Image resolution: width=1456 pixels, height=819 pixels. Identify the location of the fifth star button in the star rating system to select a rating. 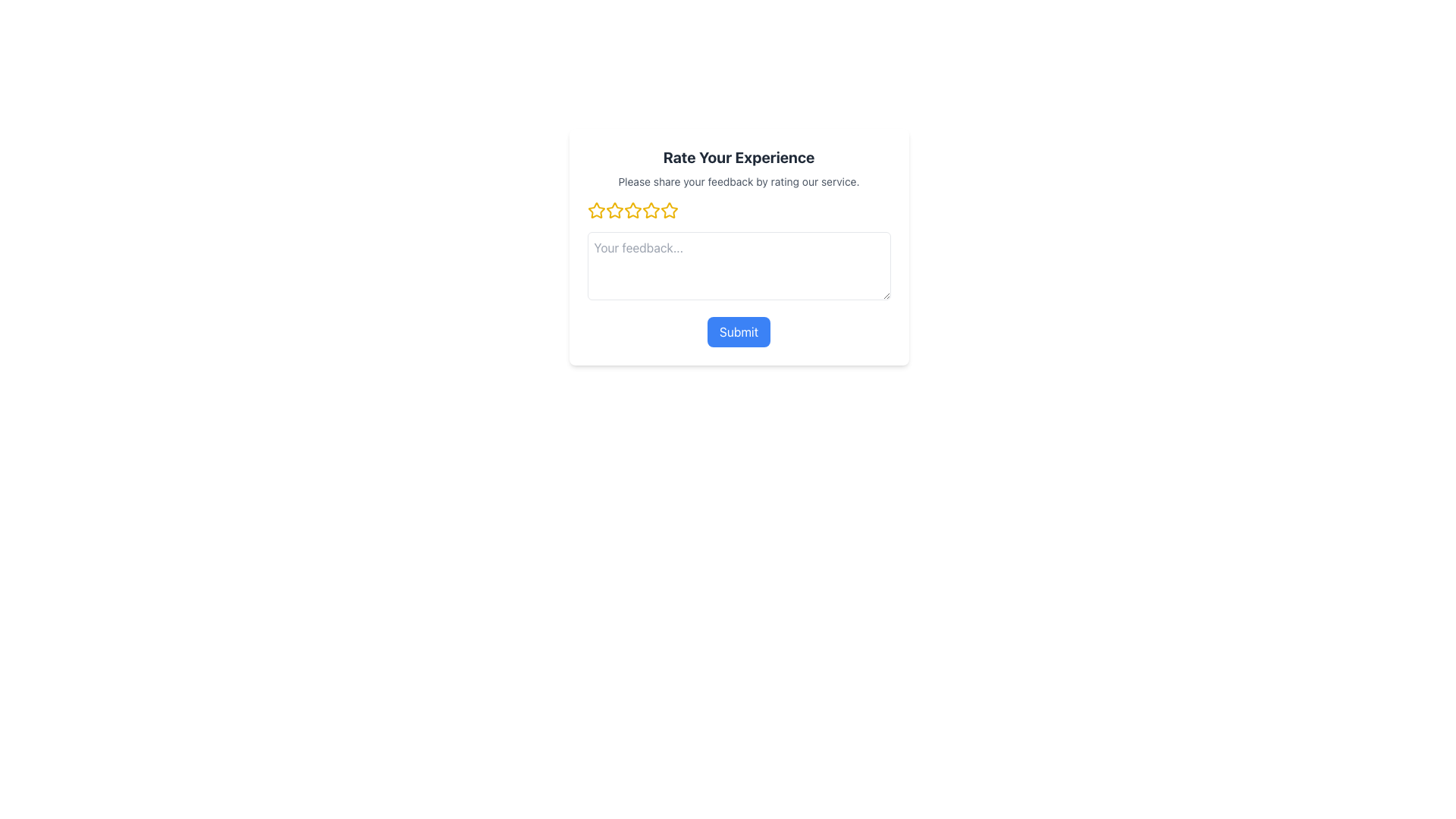
(668, 210).